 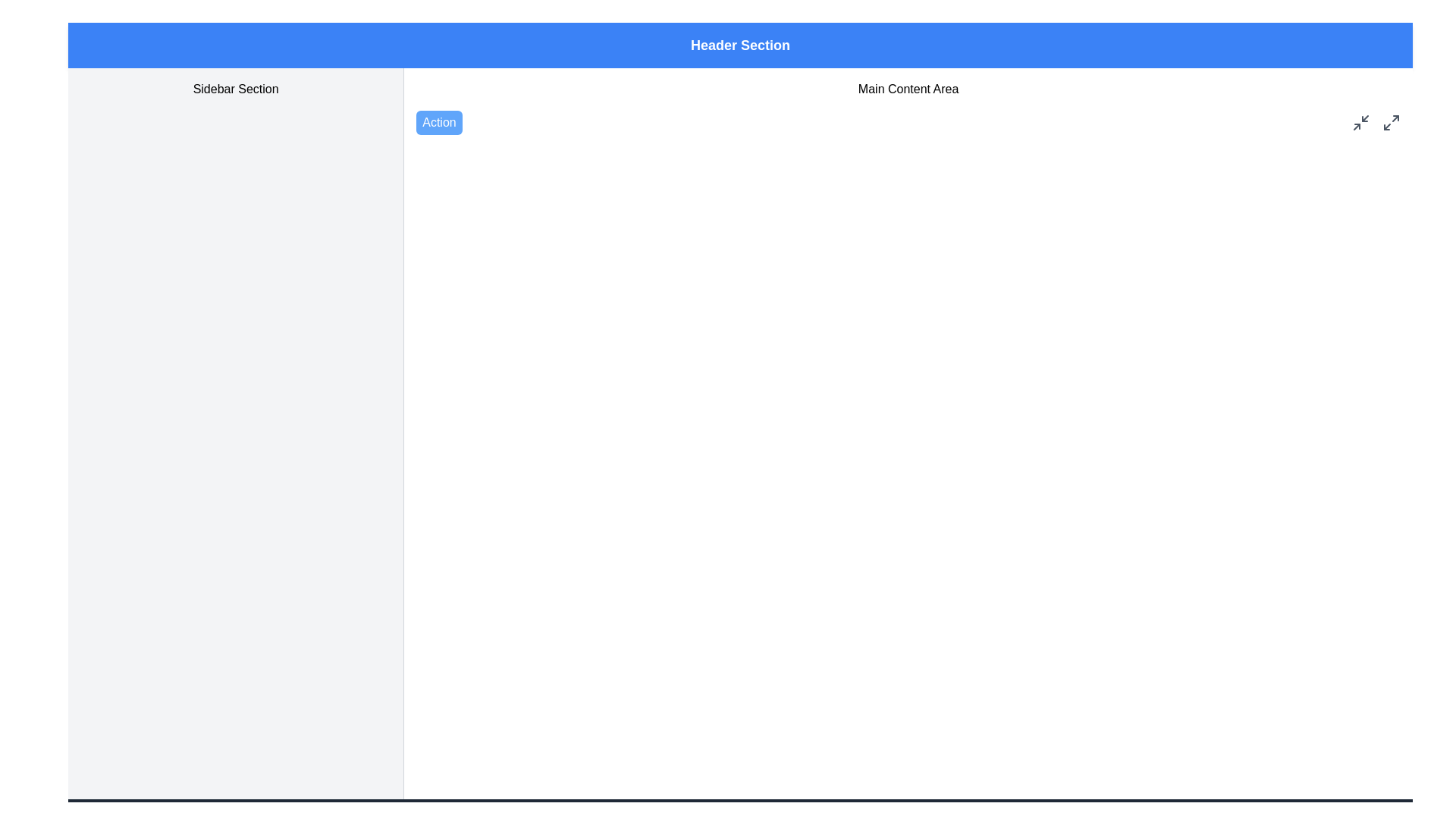 What do you see at coordinates (1391, 122) in the screenshot?
I see `the maximize button, which is a small gray square icon with diagonal arrows pointing outward, located in the top-right corner of the main content area` at bounding box center [1391, 122].